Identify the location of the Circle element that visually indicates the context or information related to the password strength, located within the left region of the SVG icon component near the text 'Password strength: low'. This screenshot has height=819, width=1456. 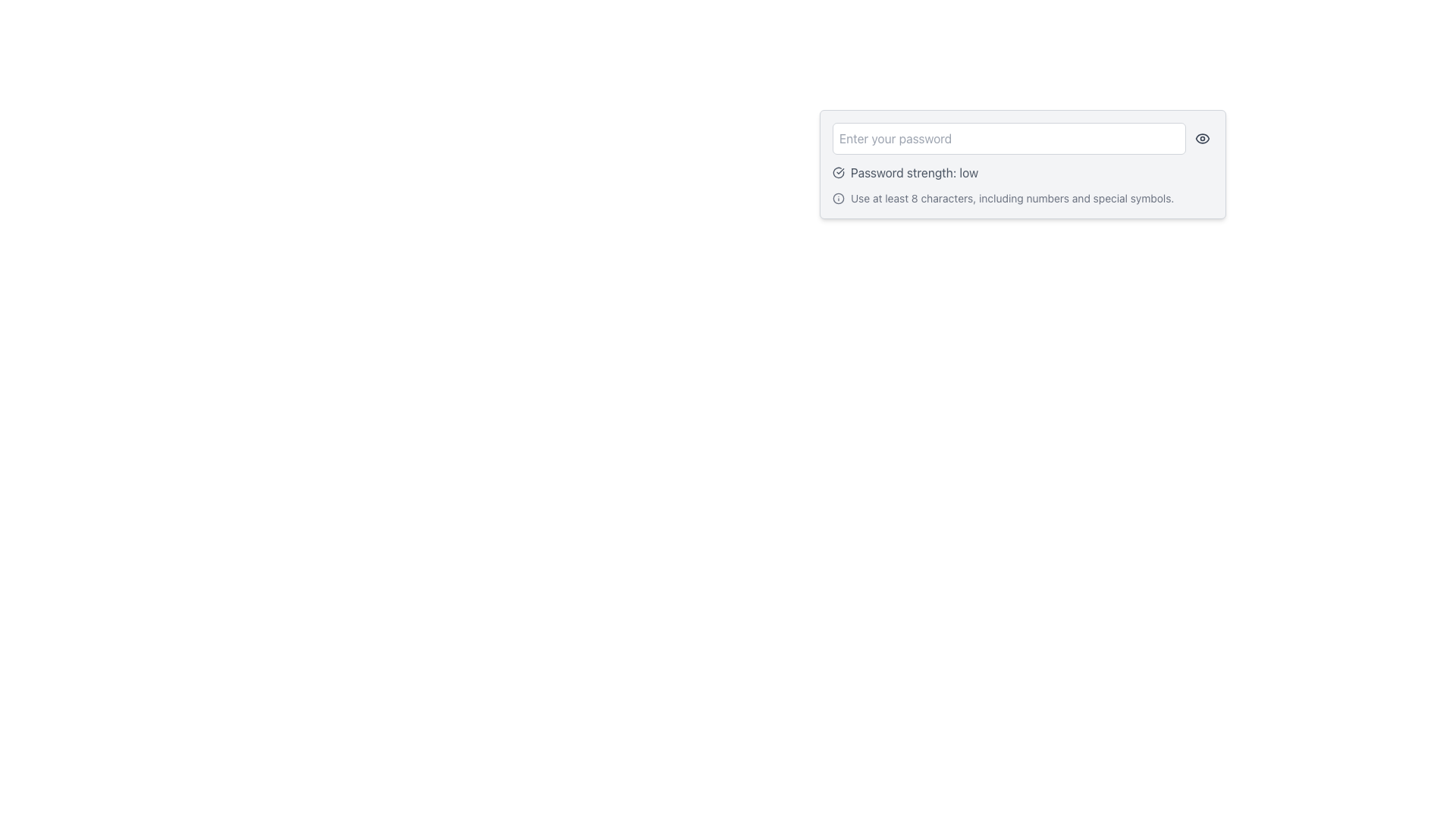
(837, 197).